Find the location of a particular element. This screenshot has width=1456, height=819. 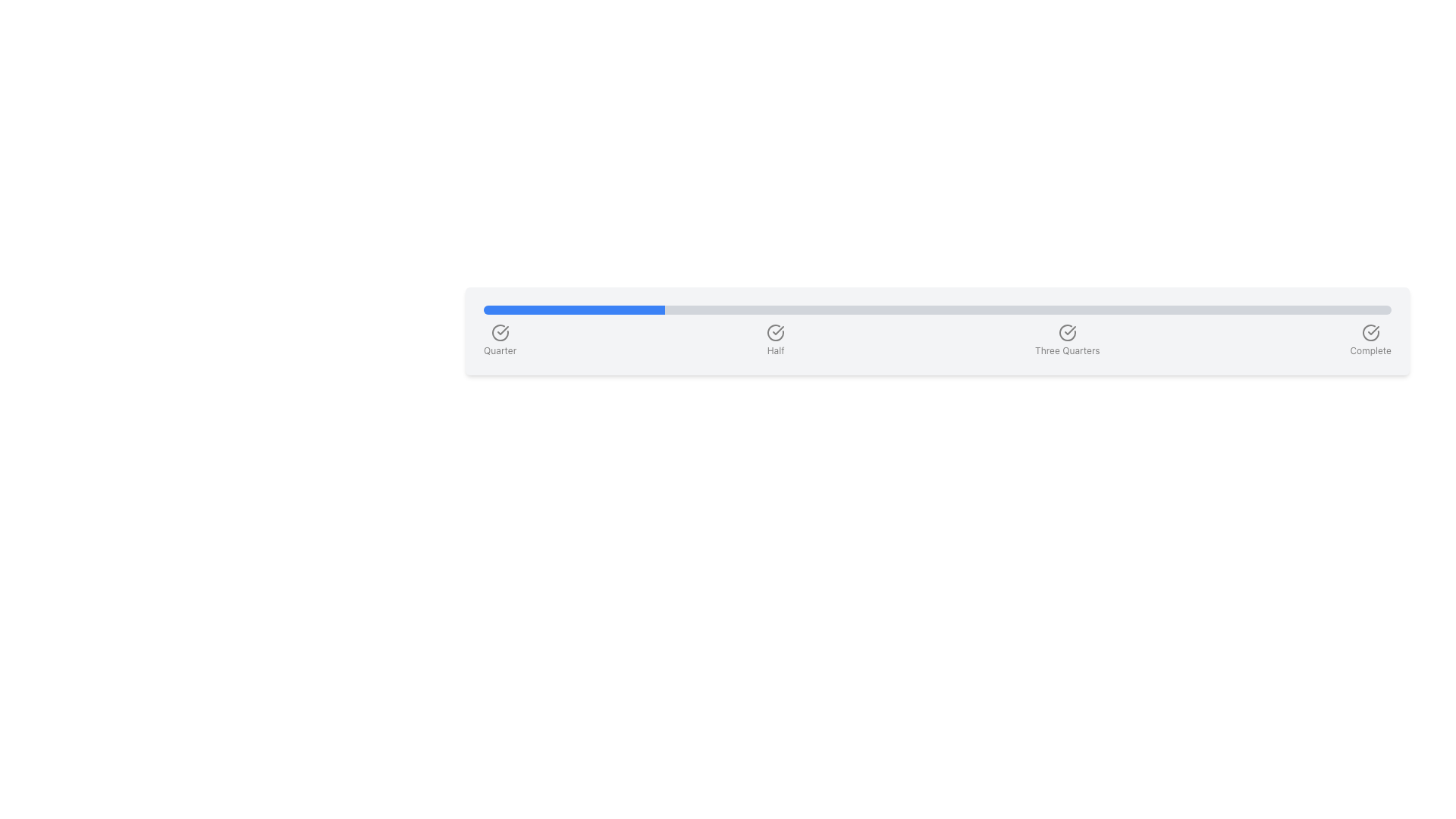

the second progress indicator, which features a circular checkmark symbol and the label 'Half', located in the gray-themed horizontal progress bar is located at coordinates (776, 339).